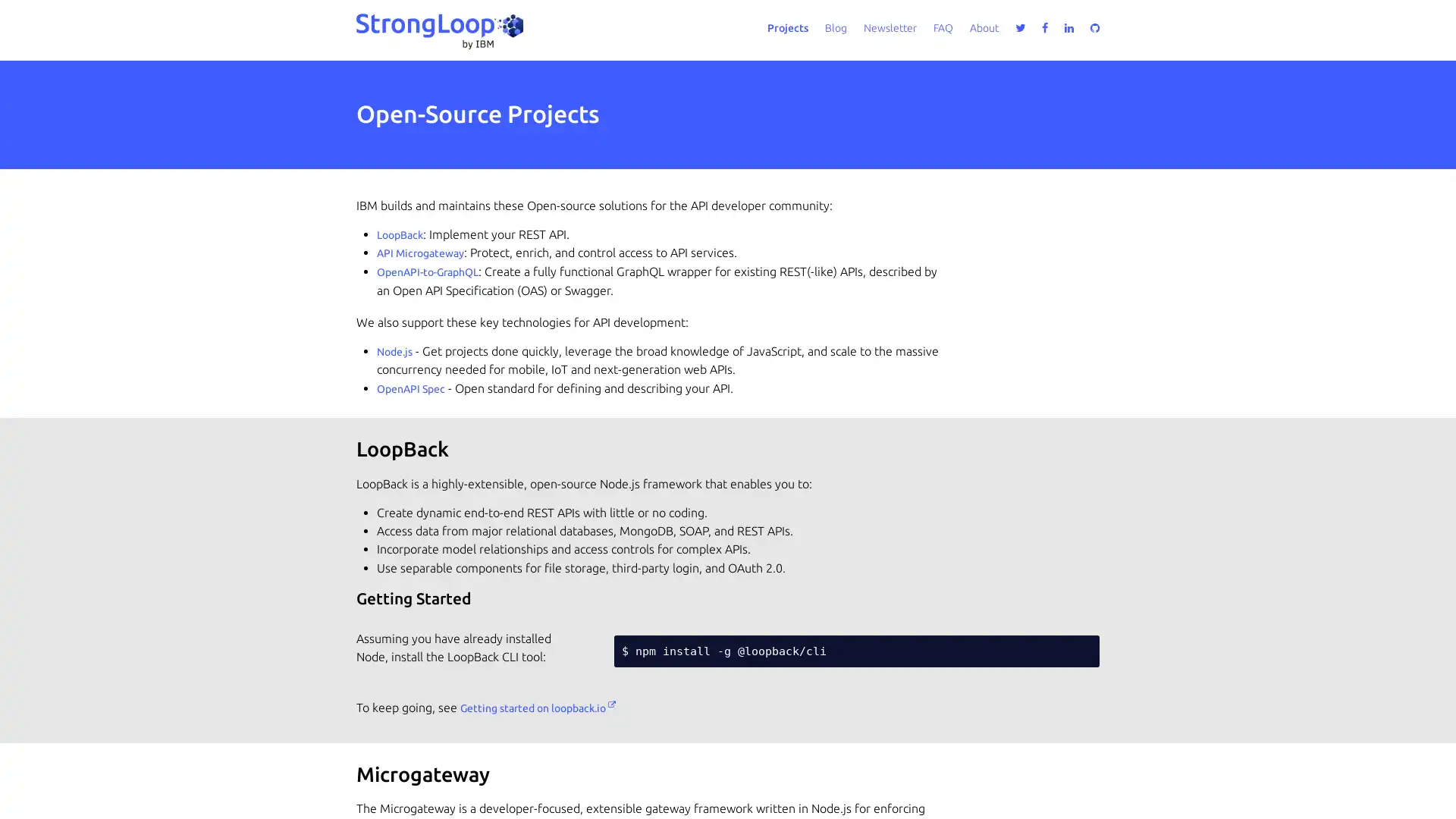 The image size is (1456, 819). What do you see at coordinates (1333, 714) in the screenshot?
I see `Accept all` at bounding box center [1333, 714].